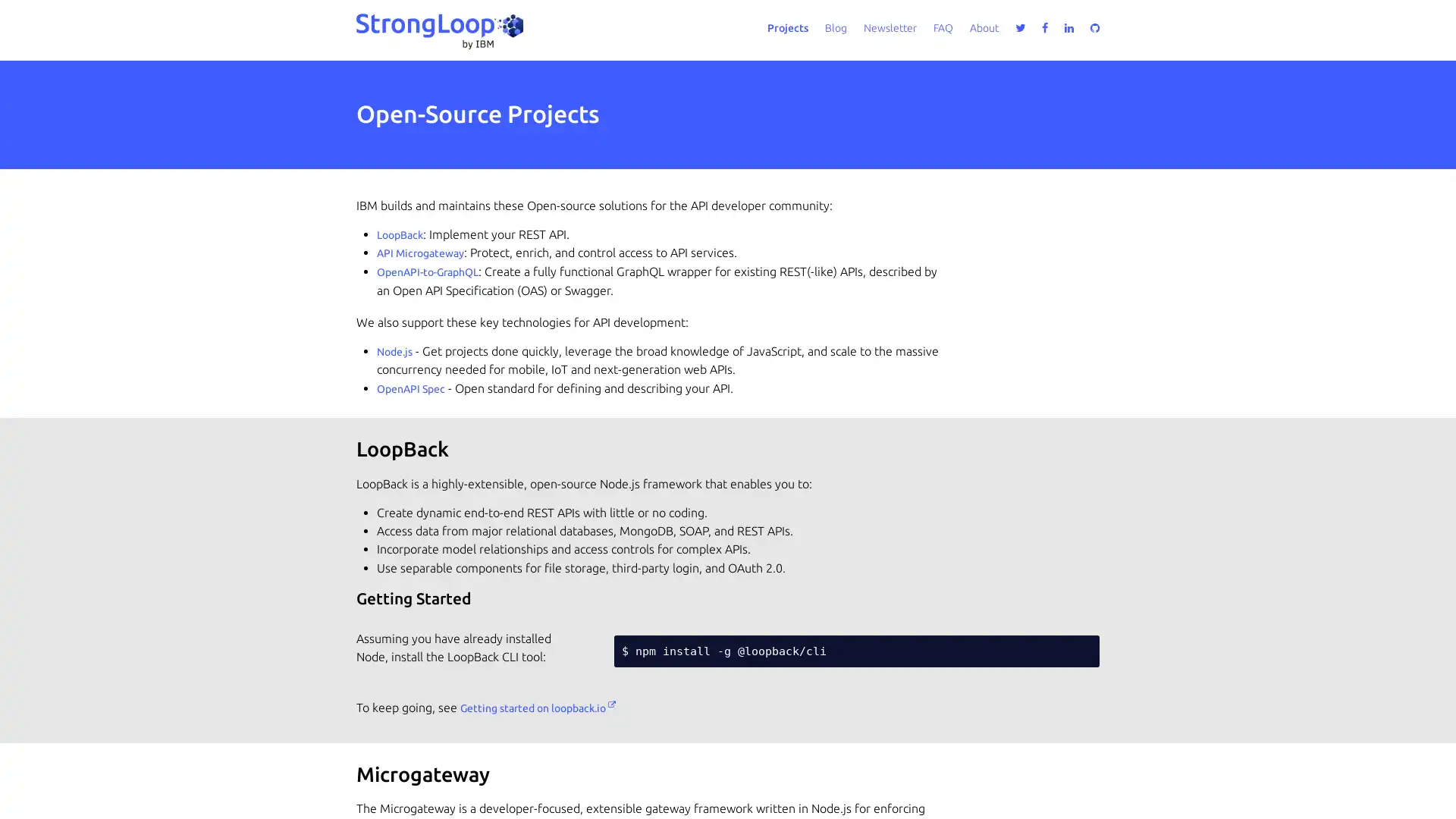 The image size is (1456, 819). What do you see at coordinates (1333, 714) in the screenshot?
I see `Accept all` at bounding box center [1333, 714].